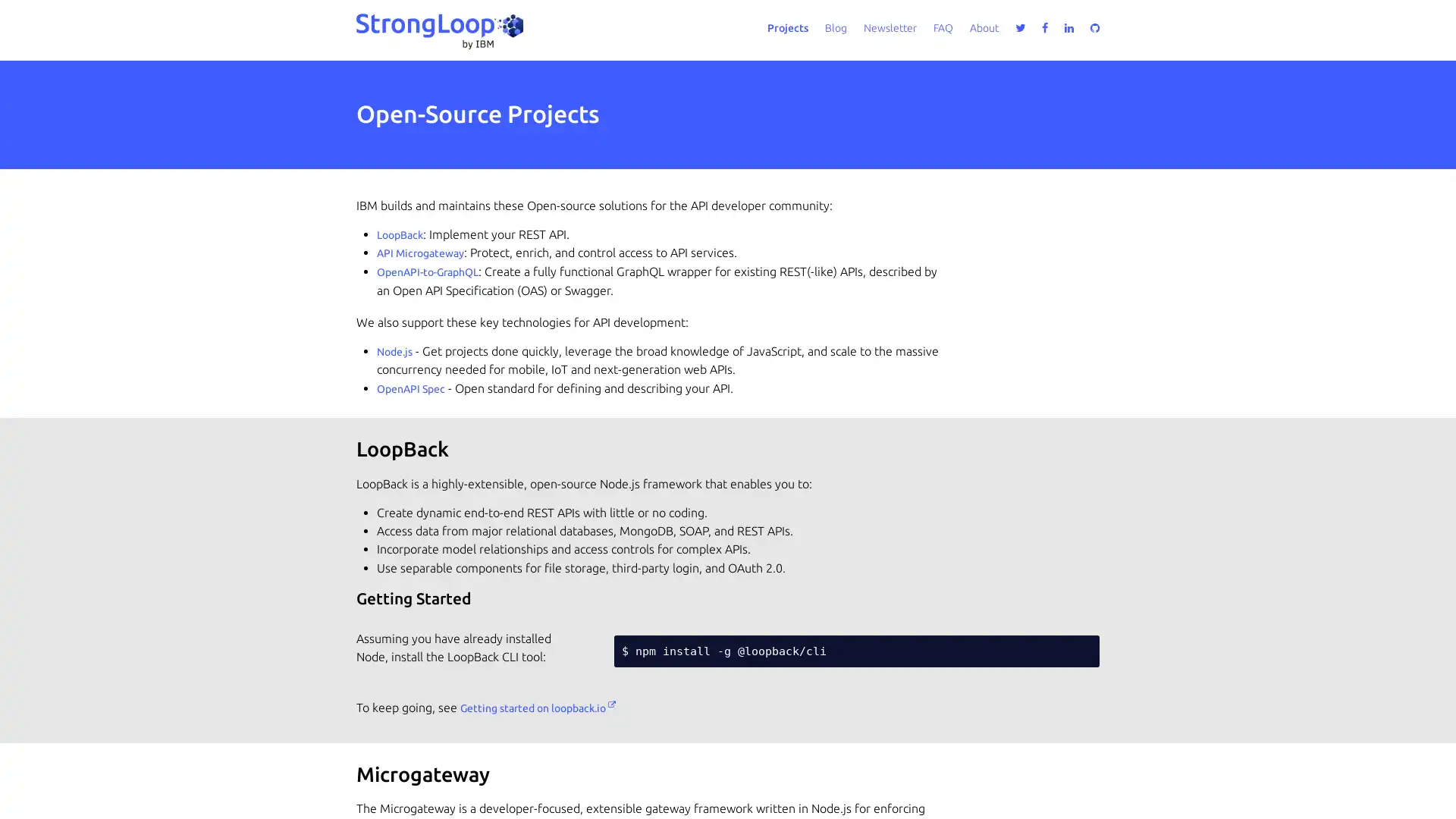 The image size is (1456, 819). What do you see at coordinates (1333, 714) in the screenshot?
I see `Accept all` at bounding box center [1333, 714].